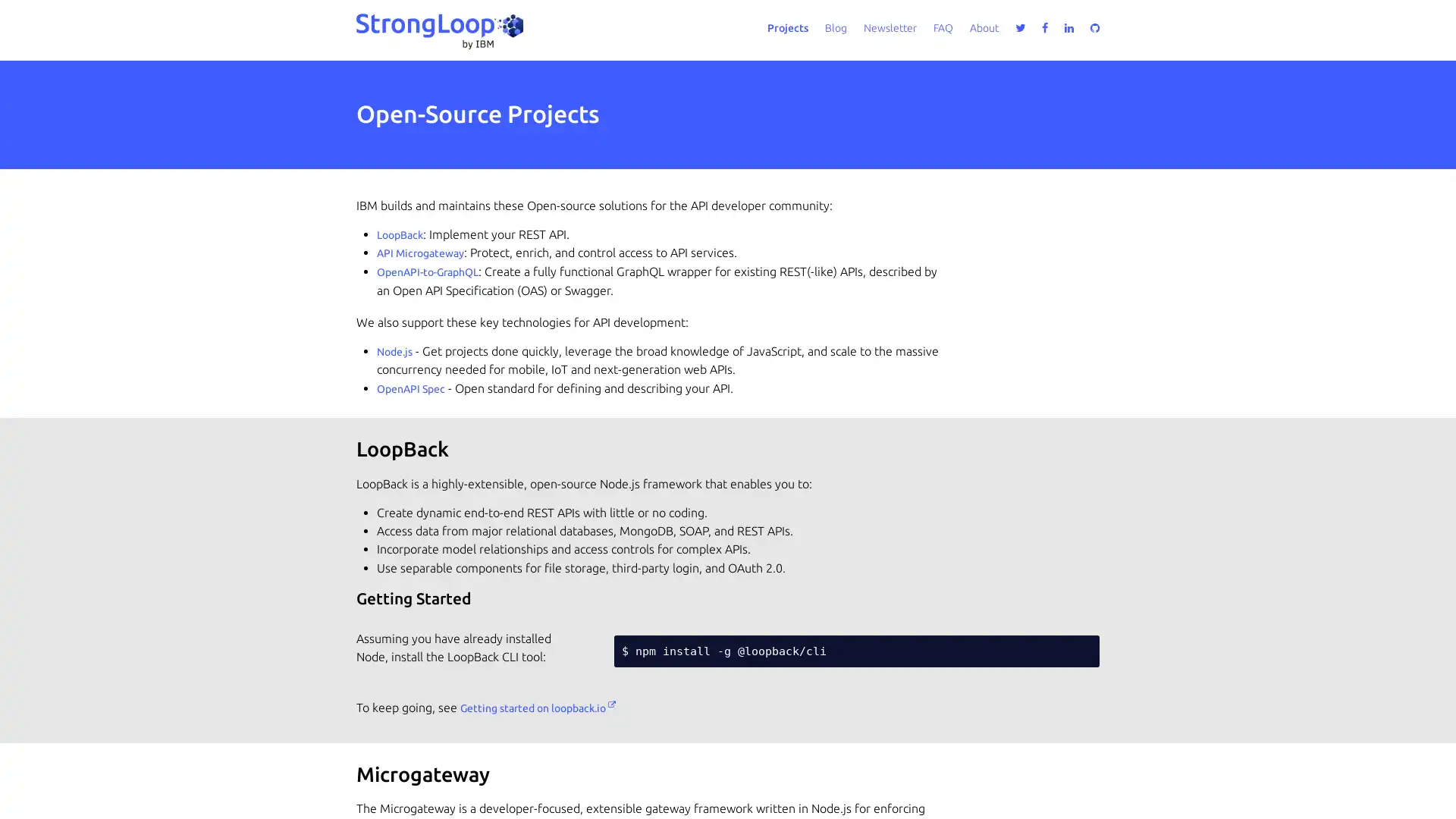 The image size is (1456, 819). What do you see at coordinates (1333, 714) in the screenshot?
I see `Accept all` at bounding box center [1333, 714].